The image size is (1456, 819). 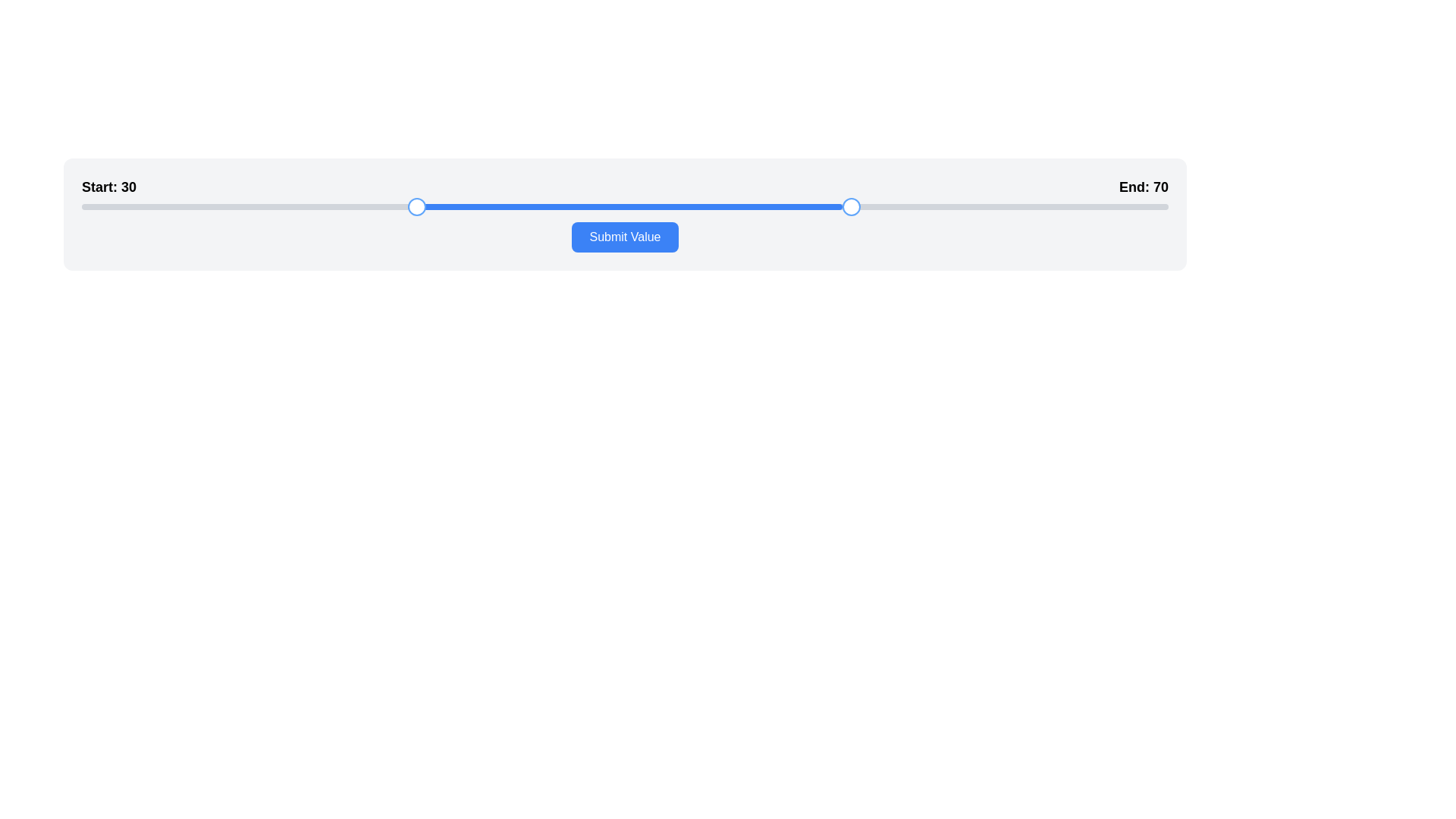 What do you see at coordinates (233, 207) in the screenshot?
I see `the slider thumb` at bounding box center [233, 207].